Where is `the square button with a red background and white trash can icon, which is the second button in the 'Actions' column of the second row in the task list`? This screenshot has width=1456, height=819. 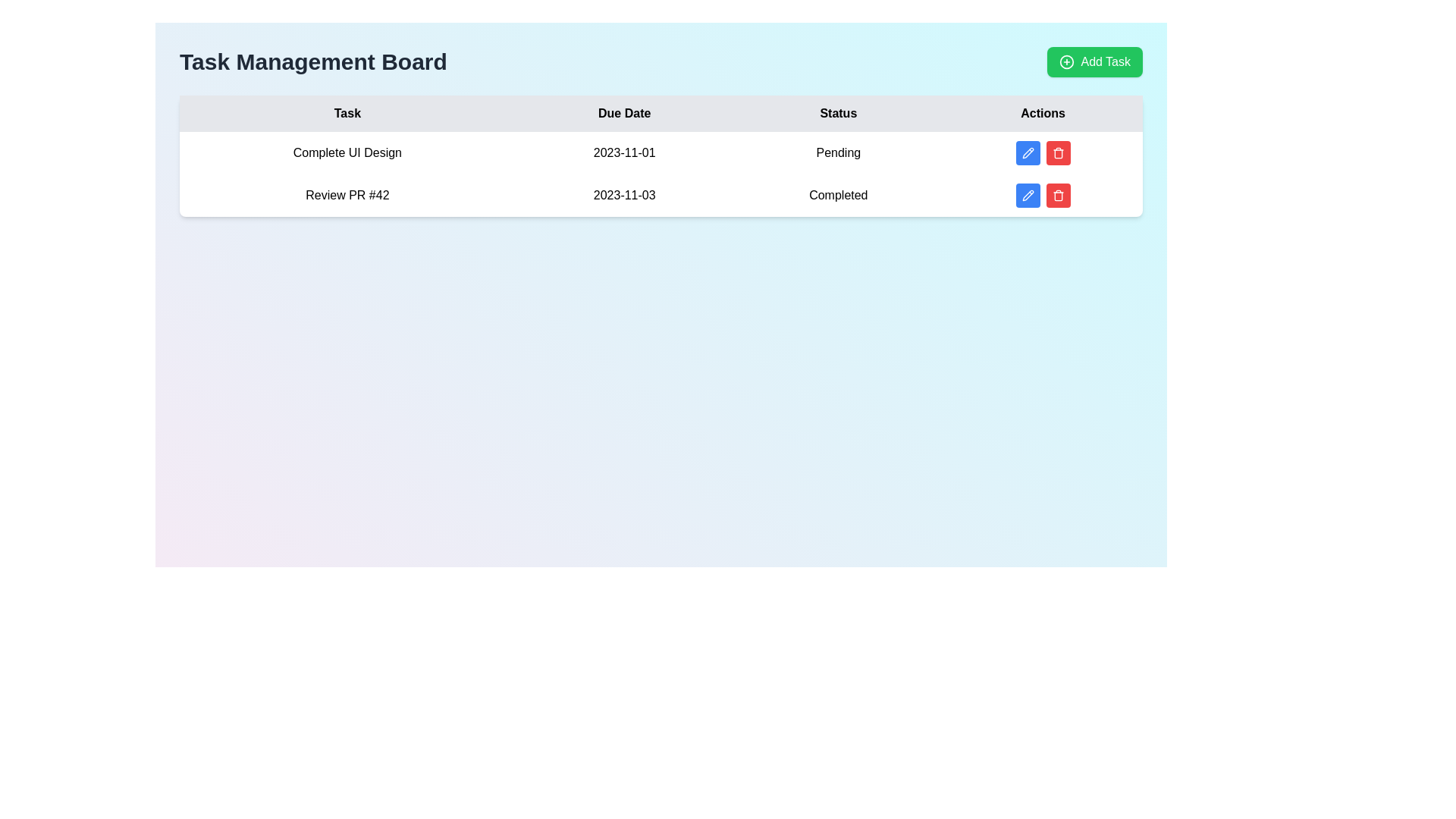 the square button with a red background and white trash can icon, which is the second button in the 'Actions' column of the second row in the task list is located at coordinates (1057, 195).